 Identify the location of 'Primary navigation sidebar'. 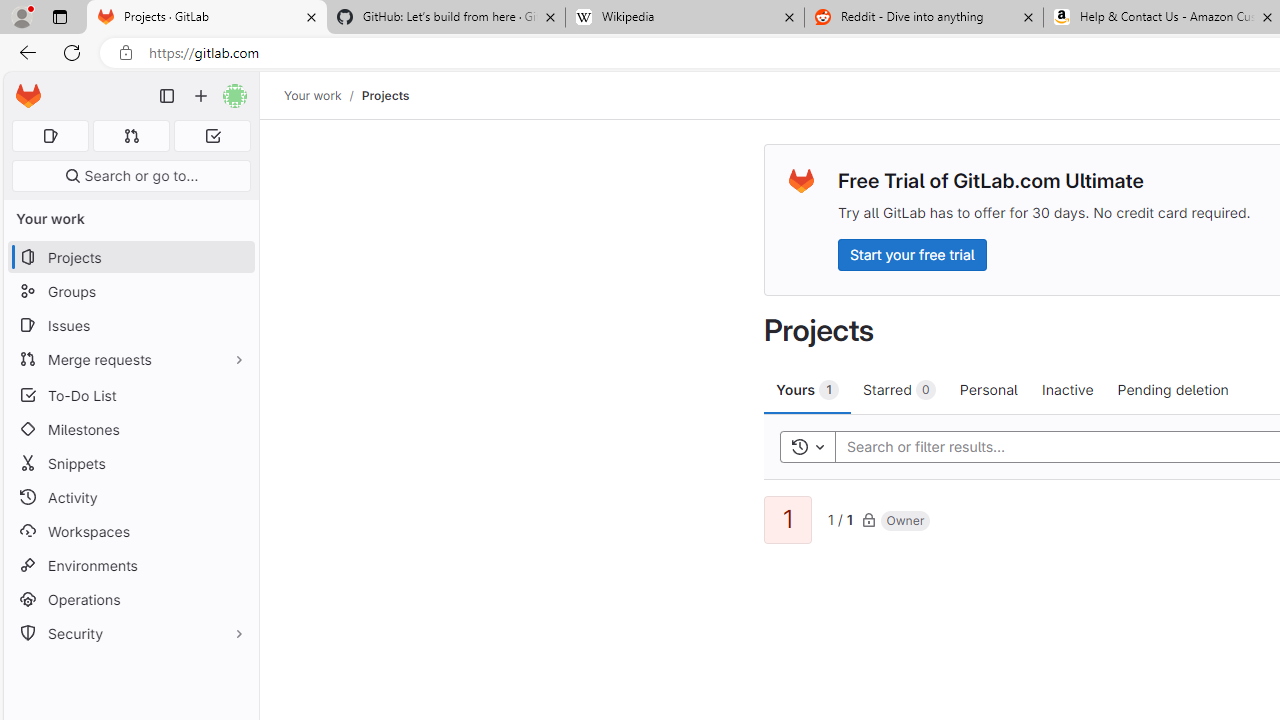
(167, 96).